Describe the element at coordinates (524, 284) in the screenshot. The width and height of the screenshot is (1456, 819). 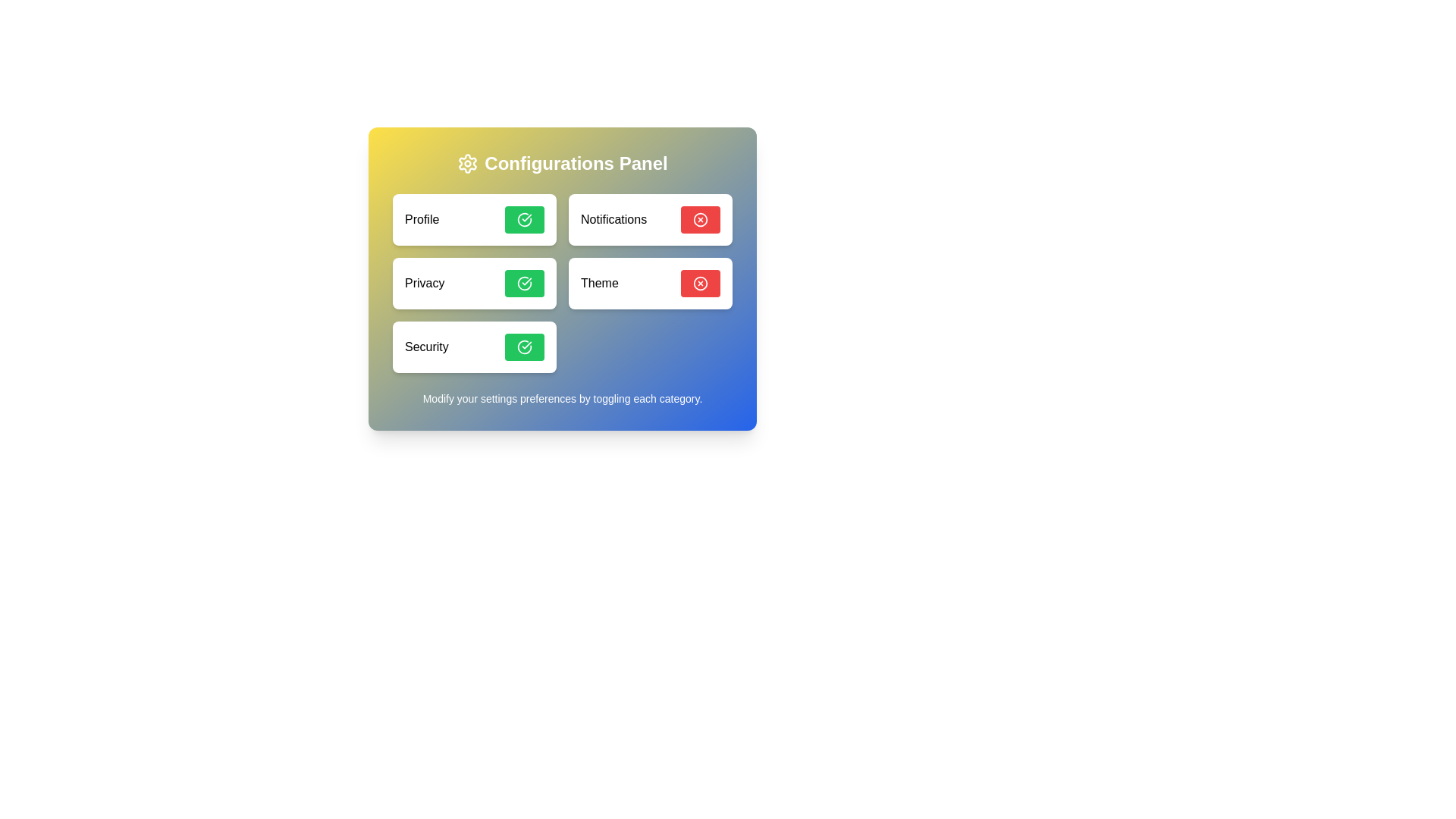
I see `the toggle button for the 'Privacy' option located on the right side of the 'Privacy' label in the configurations panel` at that location.